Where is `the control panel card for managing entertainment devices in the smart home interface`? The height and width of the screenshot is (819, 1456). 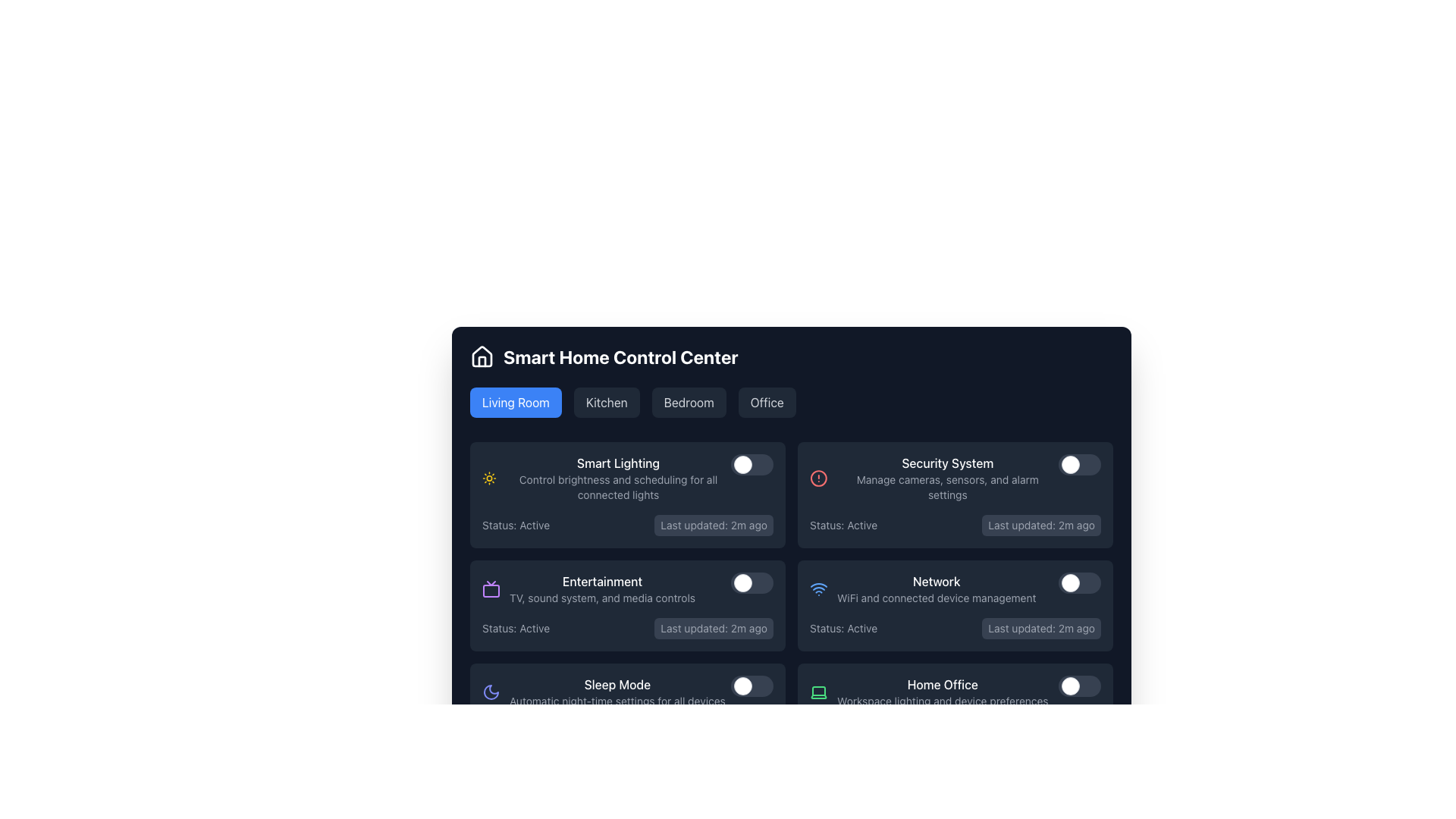 the control panel card for managing entertainment devices in the smart home interface is located at coordinates (628, 604).